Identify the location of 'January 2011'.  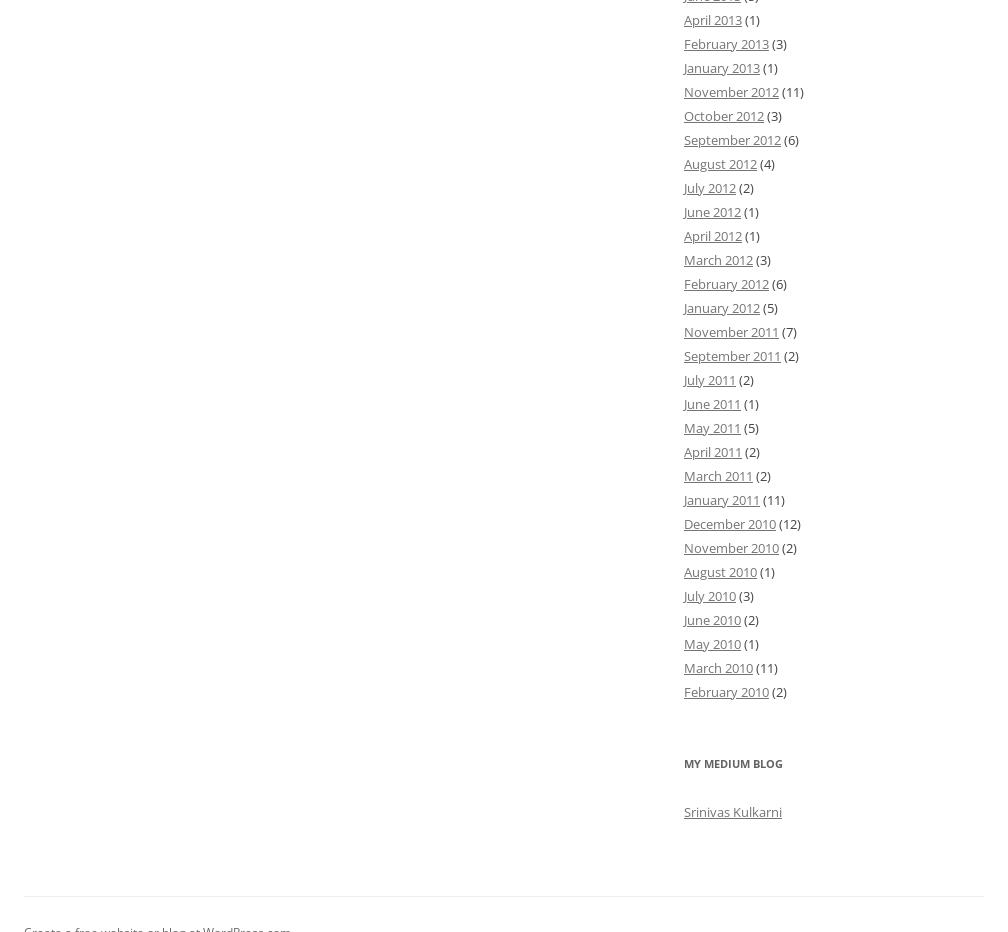
(722, 497).